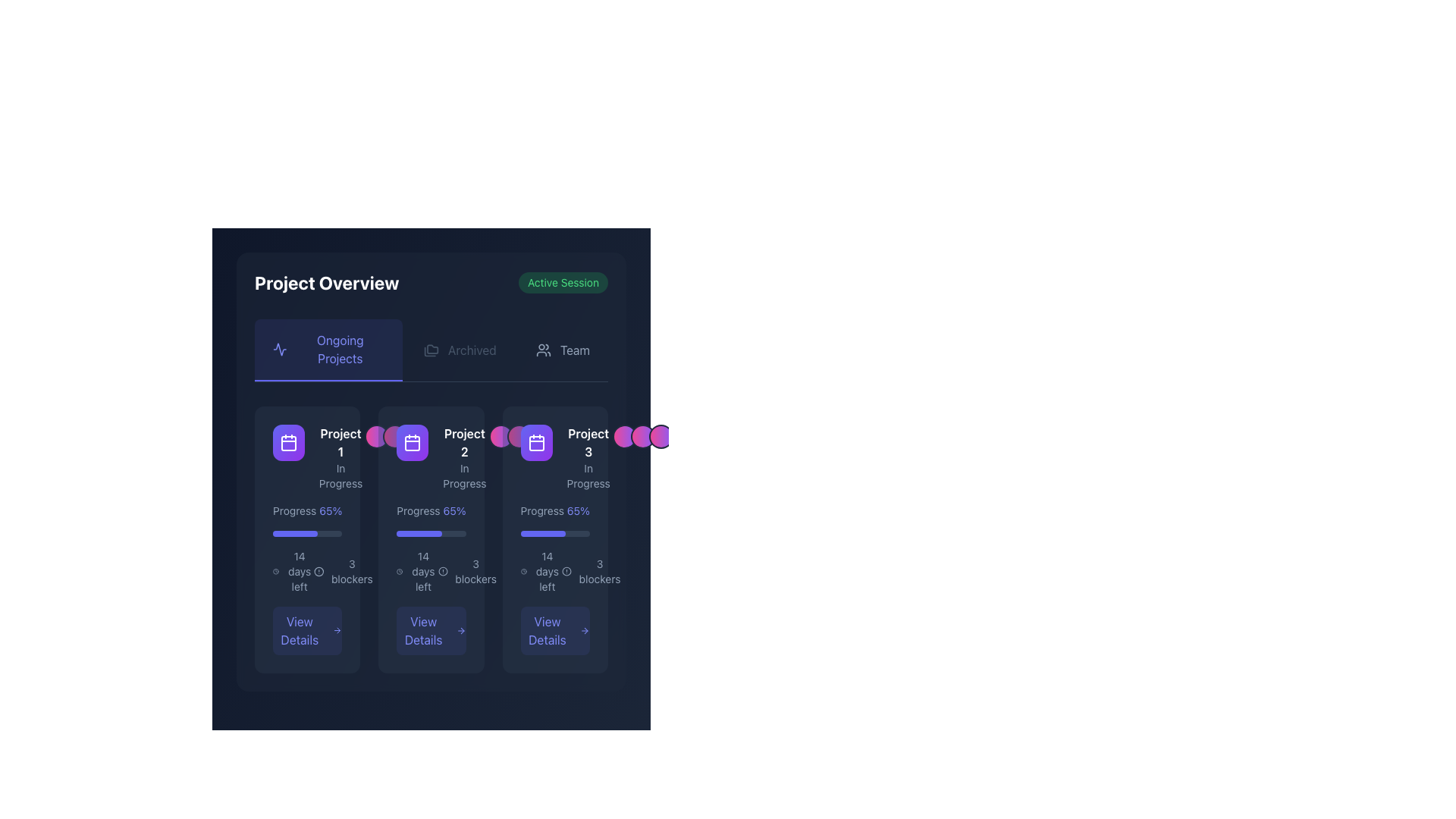 Image resolution: width=1456 pixels, height=819 pixels. I want to click on the navigation button that redirects to the 'Team' section, located as the third button from the left in the top horizontal navigation bar, so click(562, 350).